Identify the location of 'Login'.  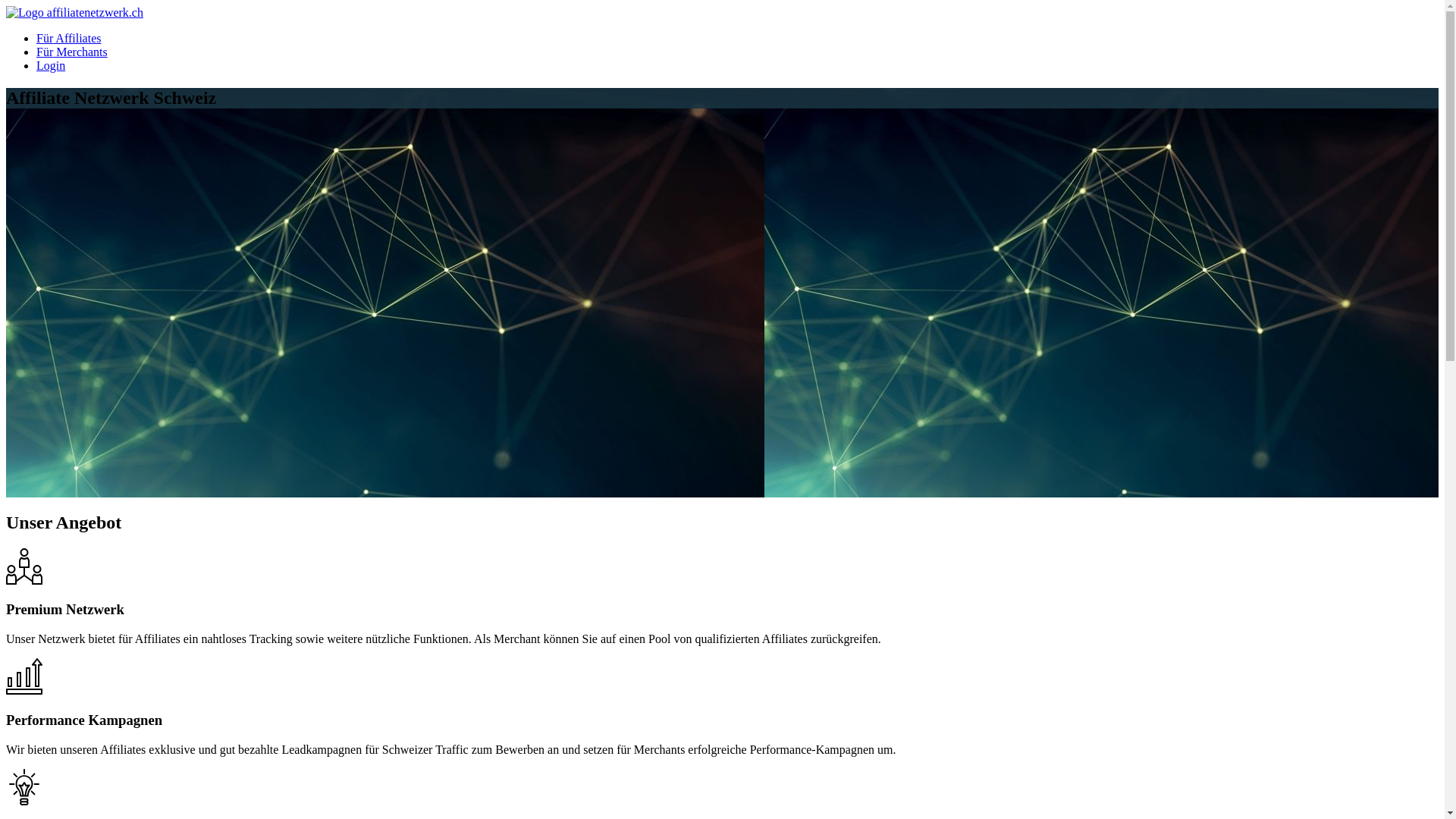
(51, 64).